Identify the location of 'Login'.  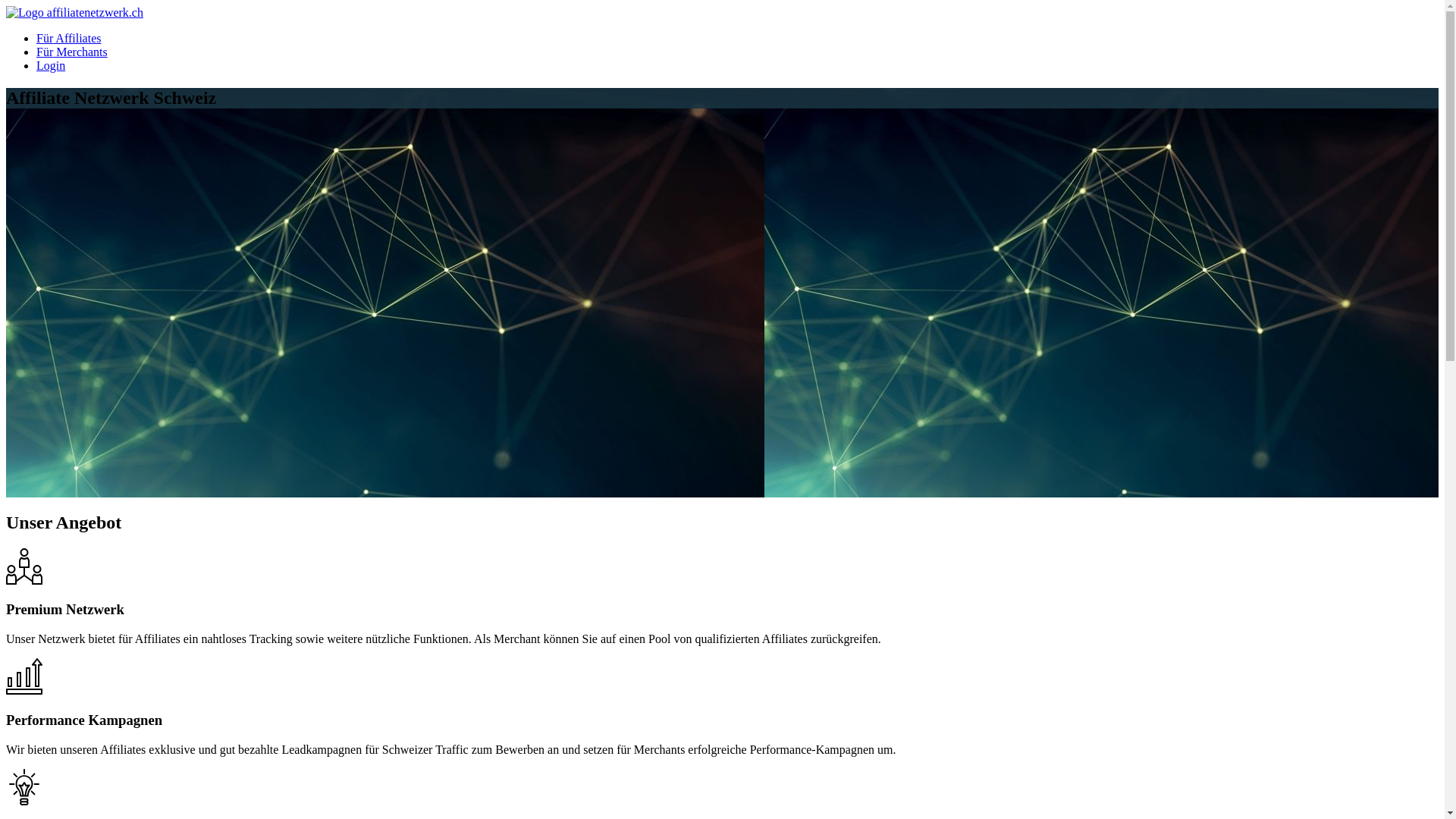
(51, 64).